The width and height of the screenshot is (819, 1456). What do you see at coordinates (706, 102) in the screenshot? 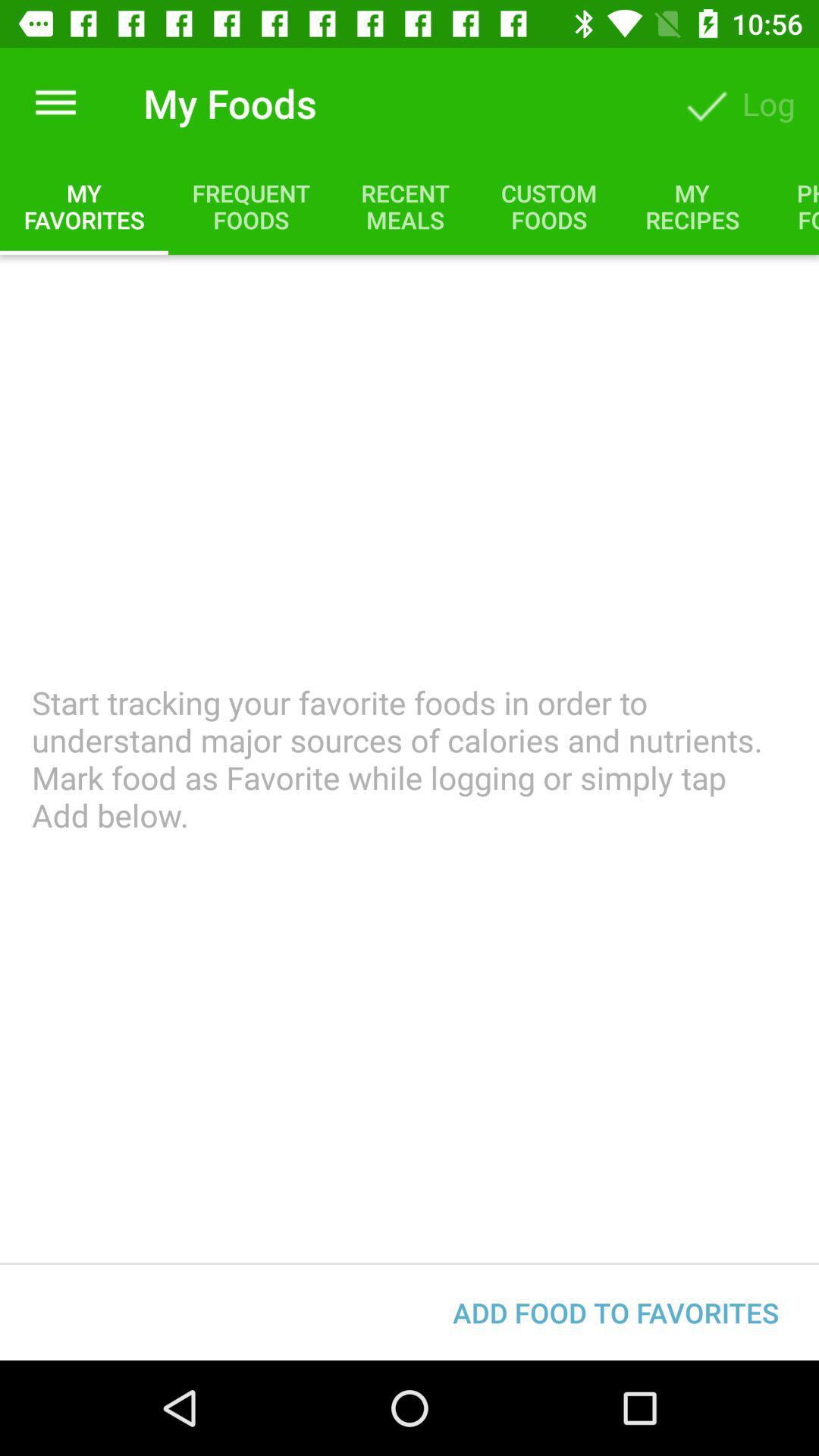
I see `the button beside log` at bounding box center [706, 102].